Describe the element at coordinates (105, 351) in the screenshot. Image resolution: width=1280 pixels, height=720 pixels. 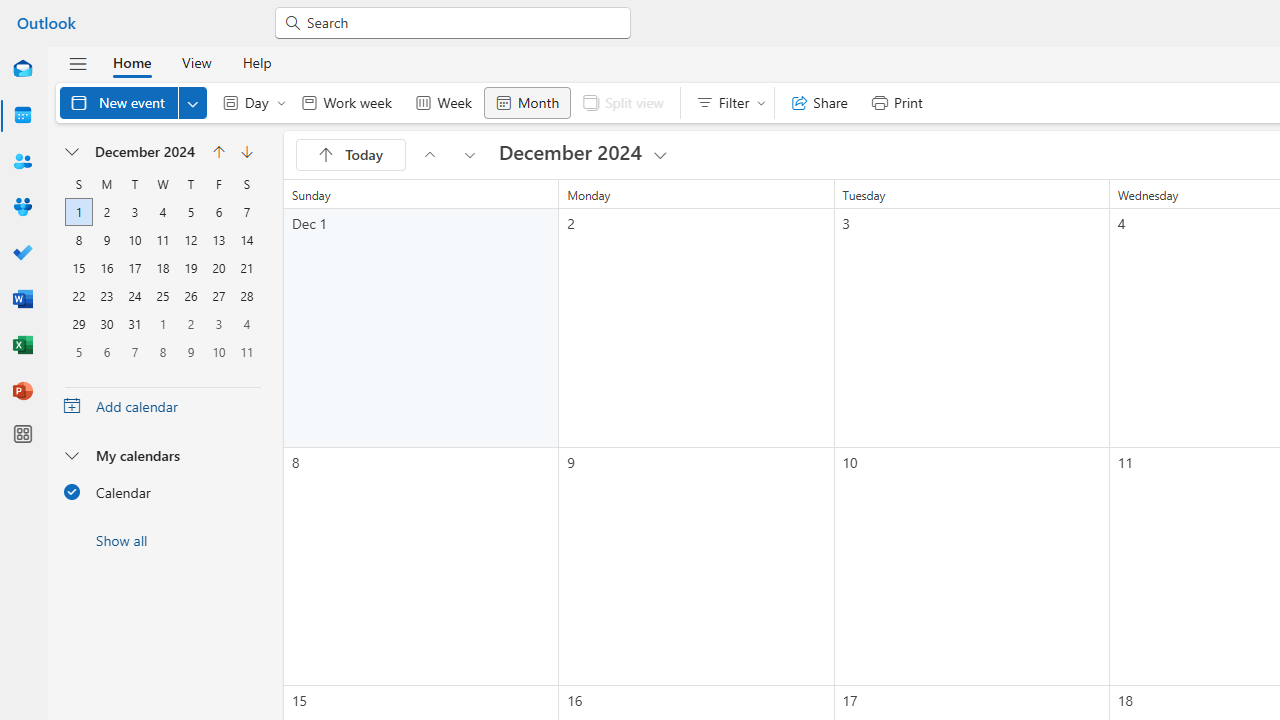
I see `'6, January, 2025'` at that location.